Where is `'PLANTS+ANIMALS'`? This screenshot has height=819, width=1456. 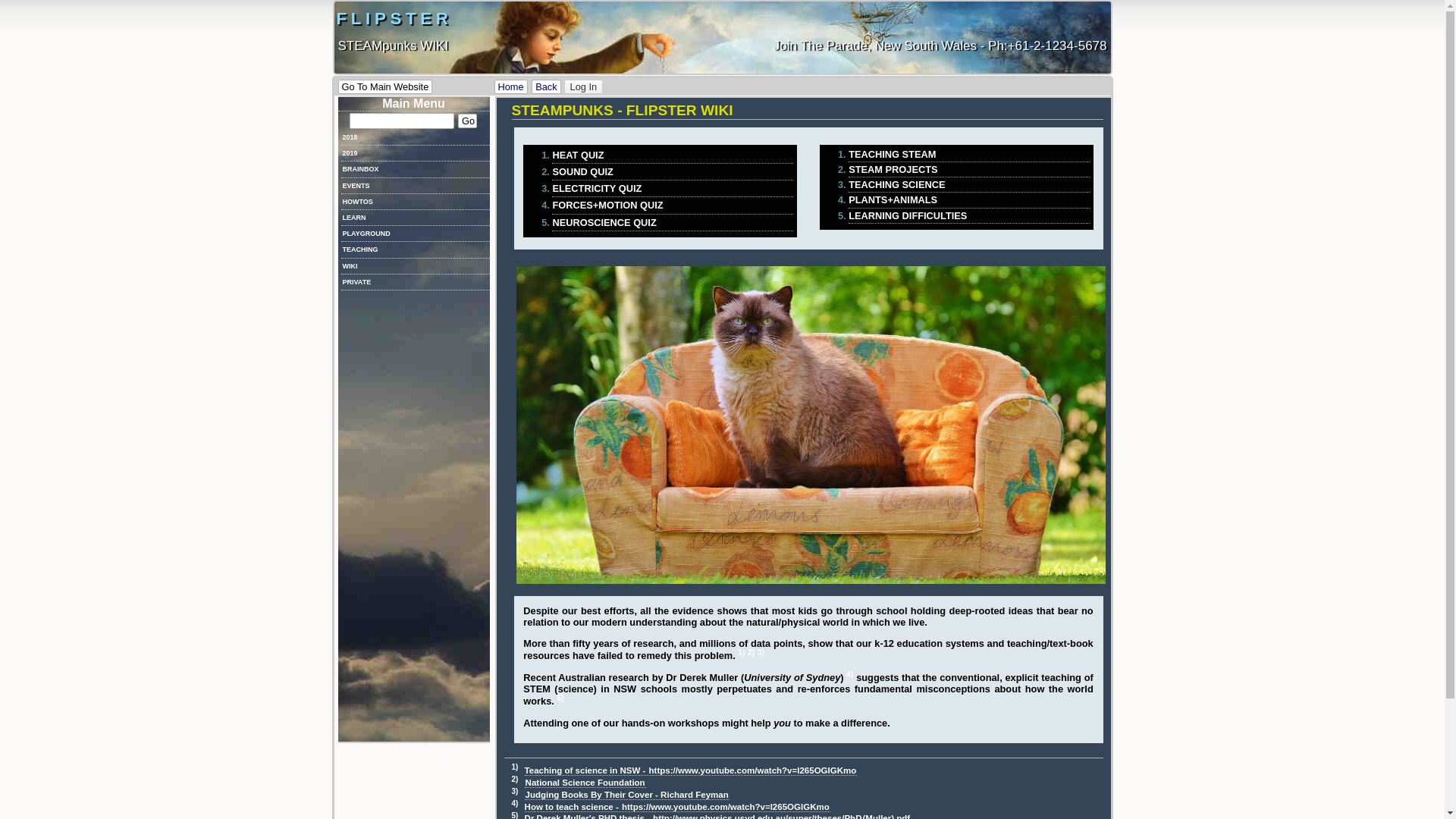 'PLANTS+ANIMALS' is located at coordinates (847, 199).